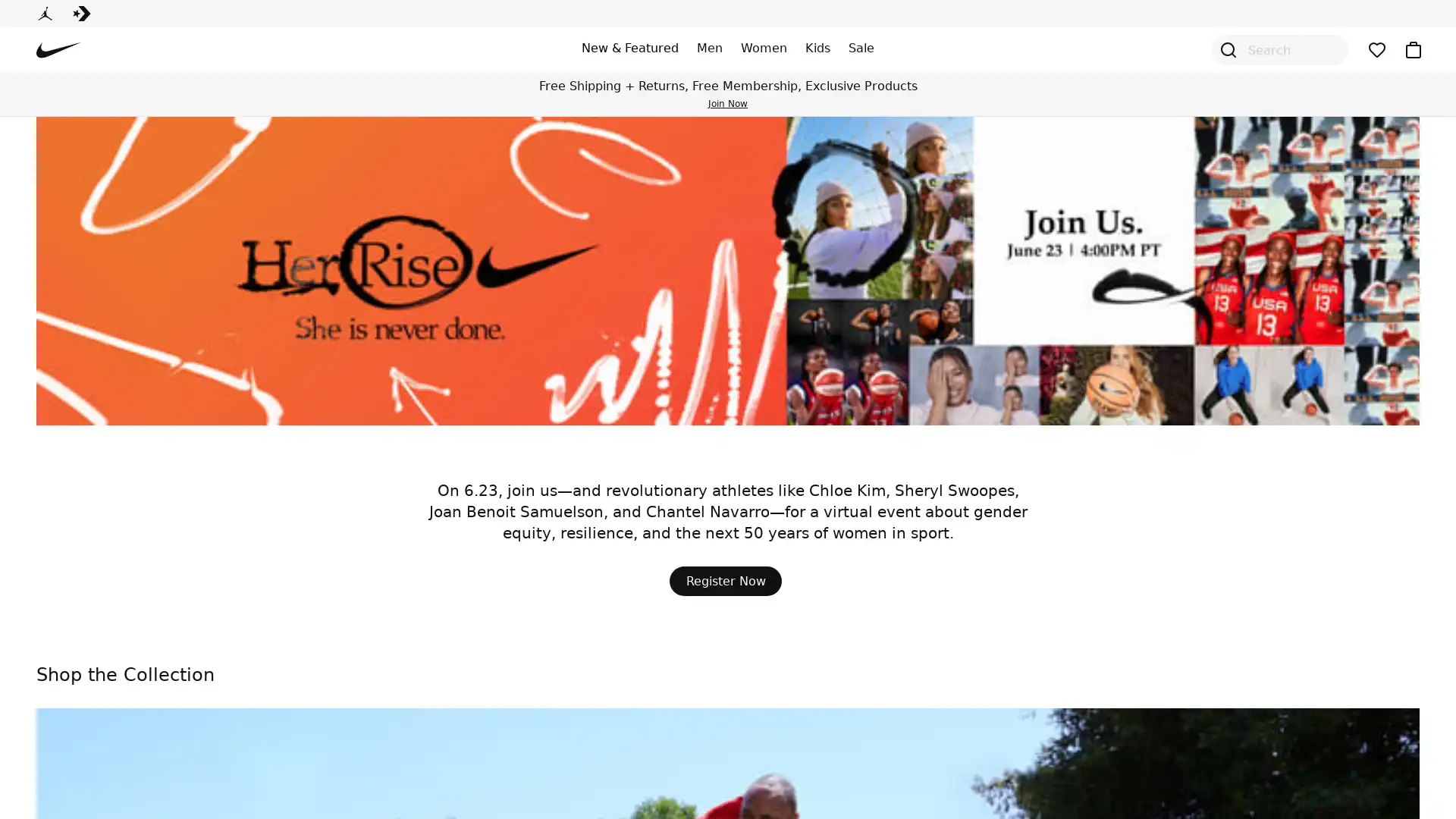 This screenshot has height=819, width=1456. Describe the element at coordinates (1402, 14) in the screenshot. I see `Sign In` at that location.